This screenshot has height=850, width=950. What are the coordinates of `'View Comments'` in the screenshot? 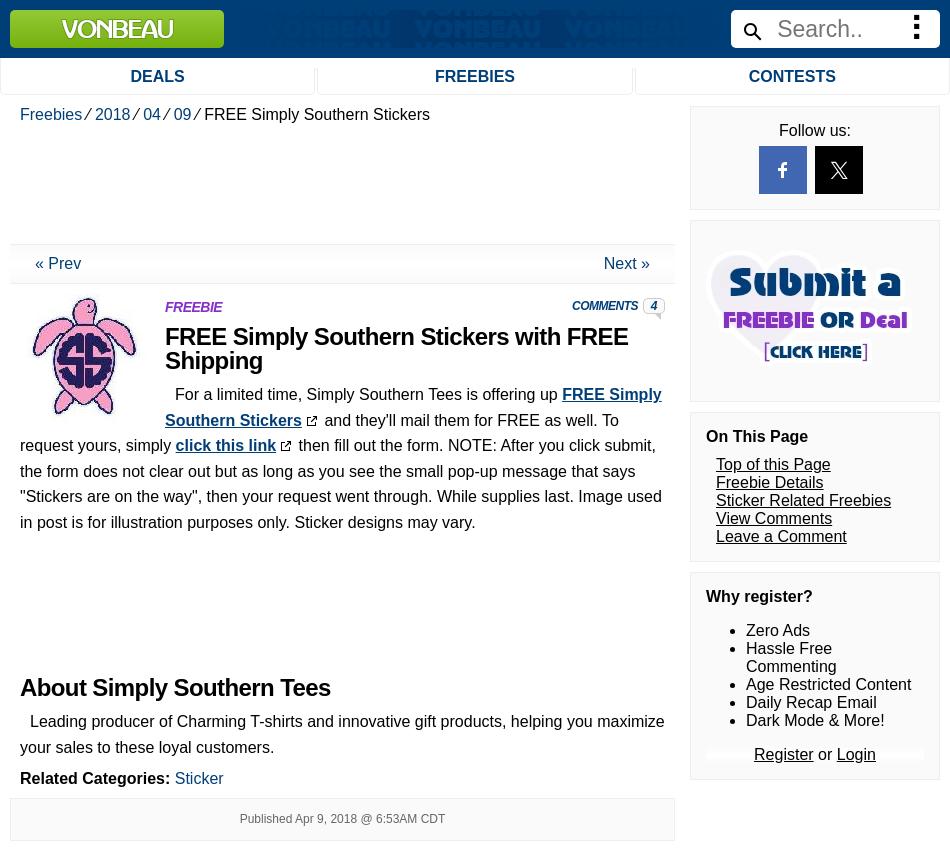 It's located at (772, 17).